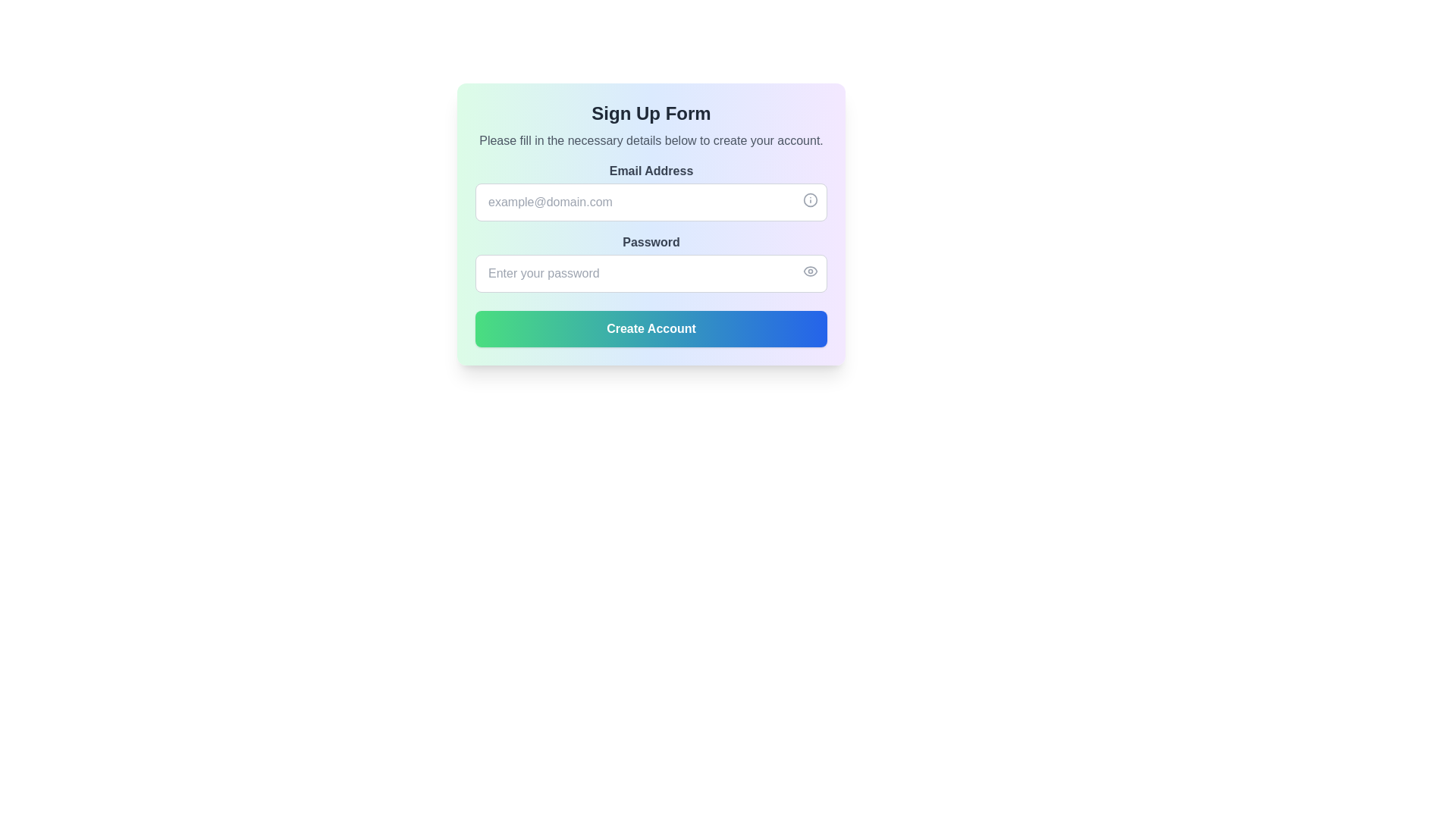  I want to click on the decorative SVG circle component indicating additional information related to the 'Email Address' field, positioned on the rightmost side of the input box, so click(810, 199).